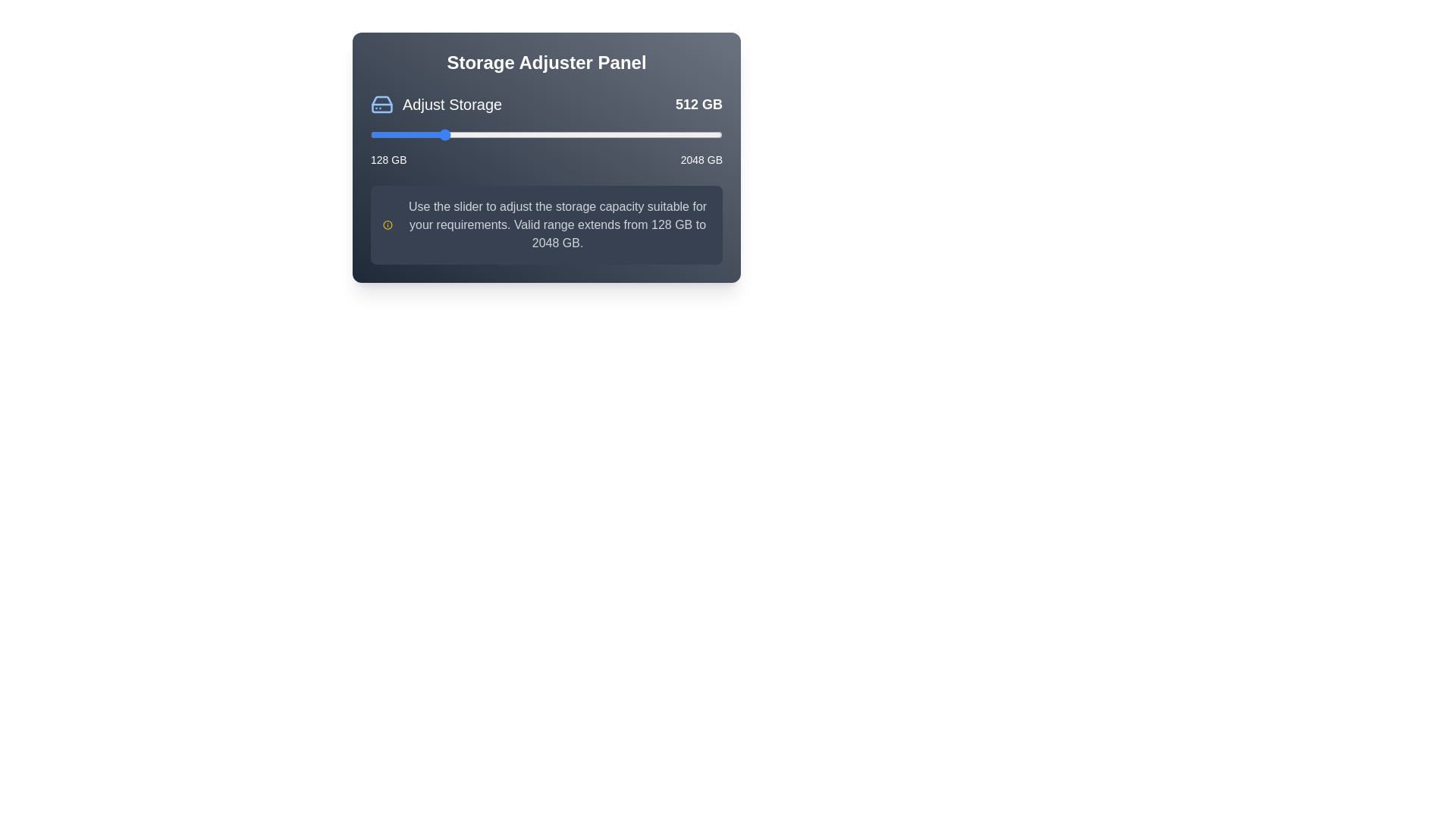  I want to click on the storage capacity, so click(556, 133).